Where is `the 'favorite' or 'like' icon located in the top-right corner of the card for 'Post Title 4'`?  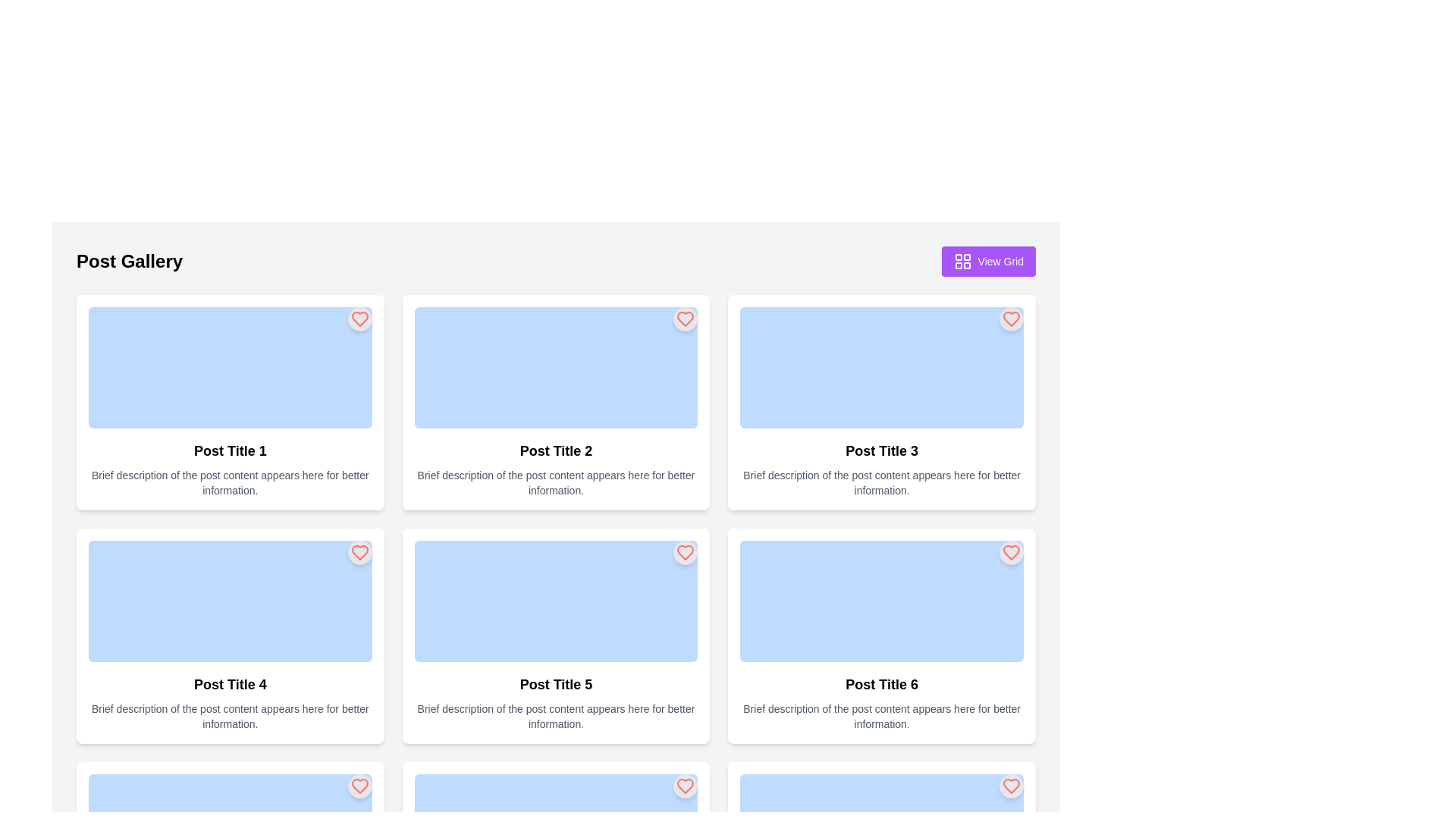
the 'favorite' or 'like' icon located in the top-right corner of the card for 'Post Title 4' is located at coordinates (359, 786).